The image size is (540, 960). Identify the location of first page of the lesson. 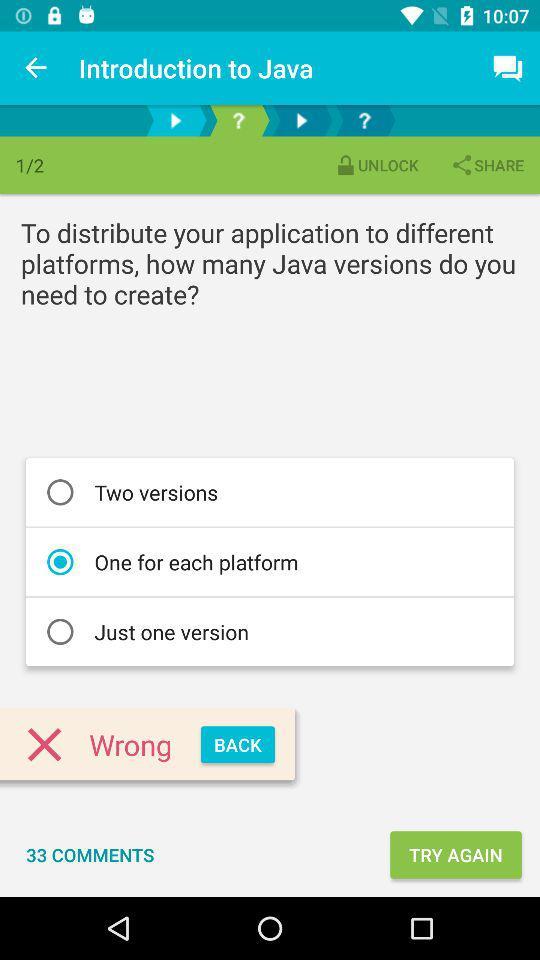
(175, 120).